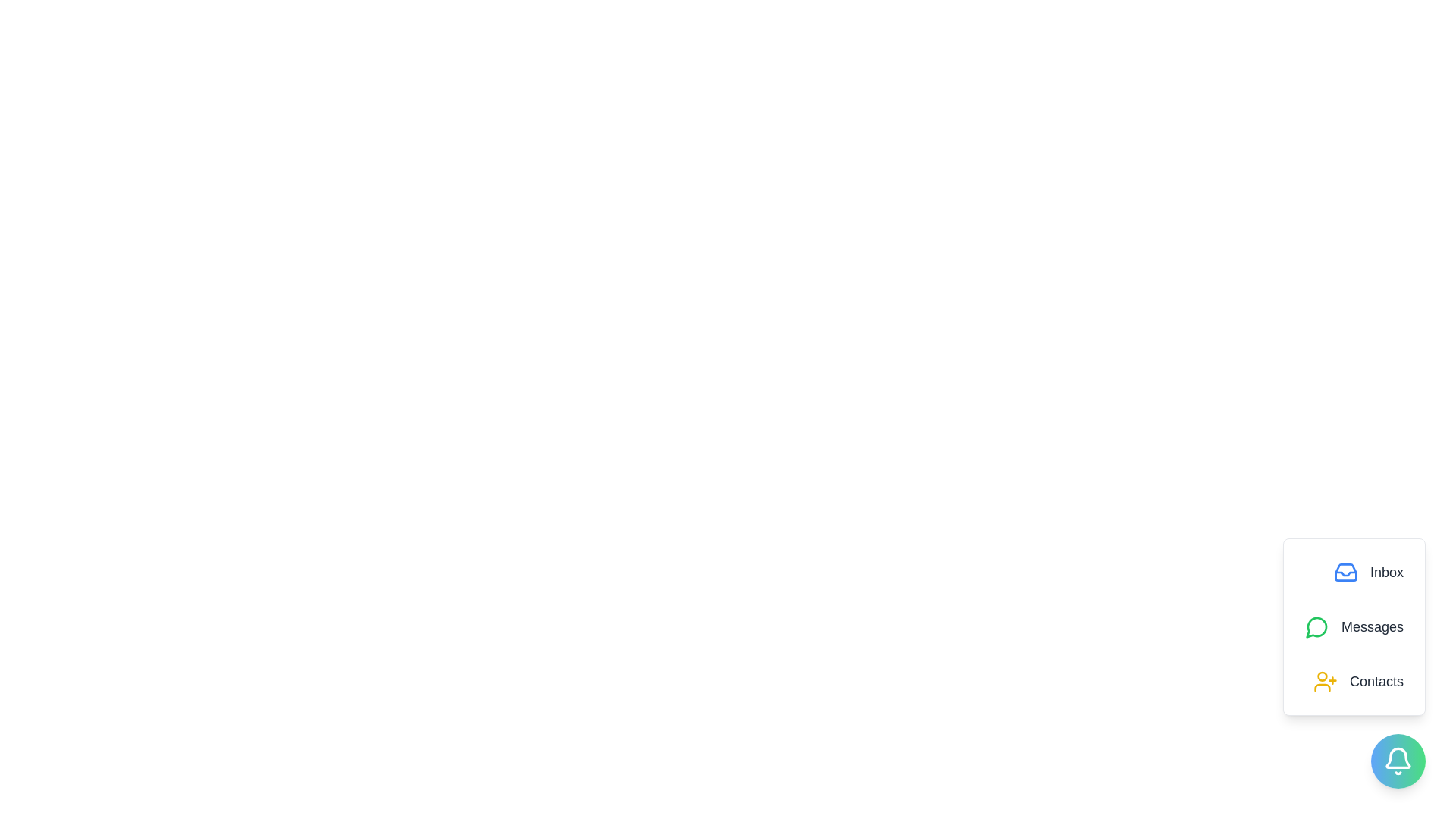  Describe the element at coordinates (1354, 626) in the screenshot. I see `the 'Messages' option in the speed dial` at that location.